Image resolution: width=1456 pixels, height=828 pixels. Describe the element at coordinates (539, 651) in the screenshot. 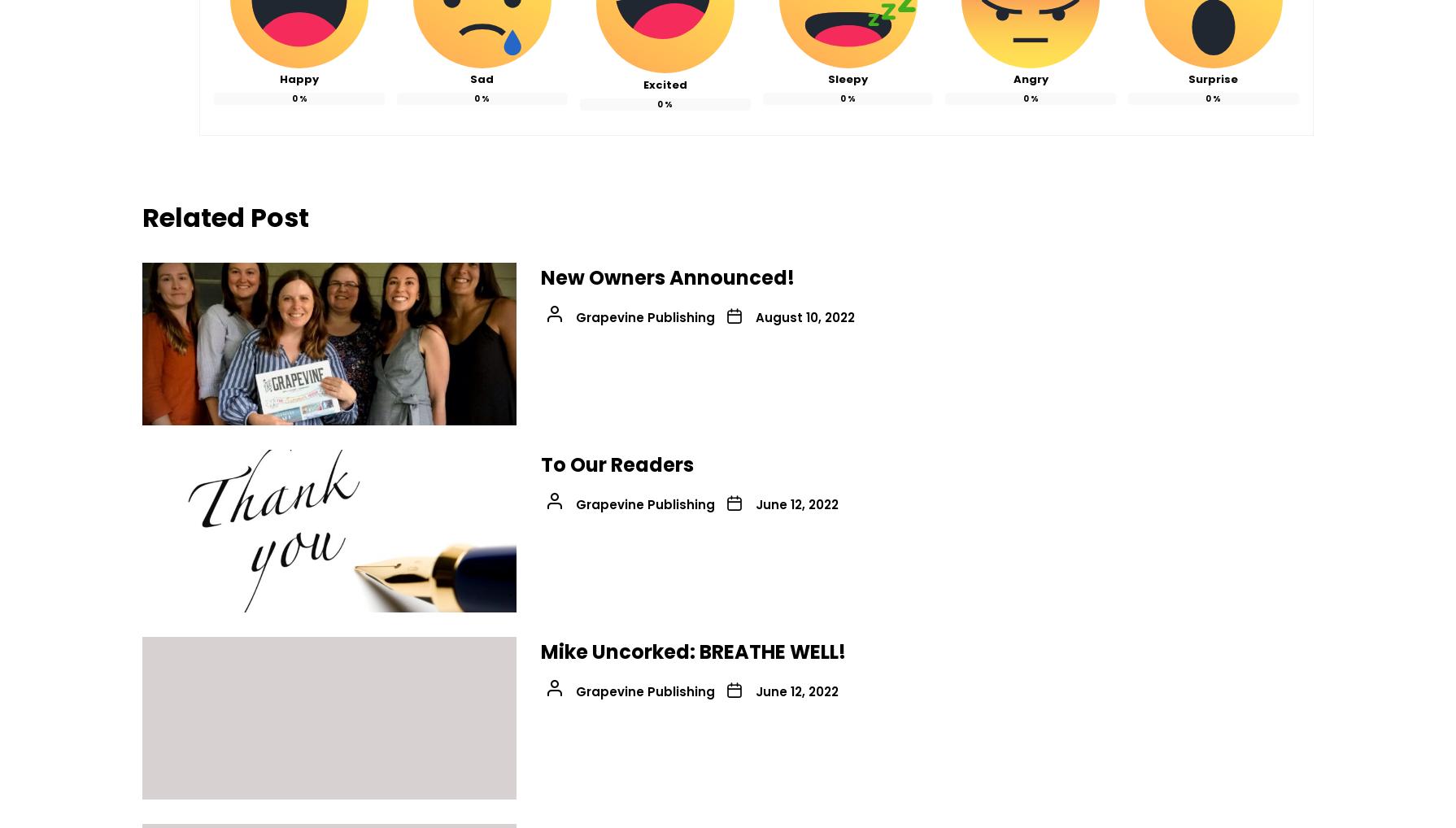

I see `'Mike Uncorked: BREATHE WELL!'` at that location.